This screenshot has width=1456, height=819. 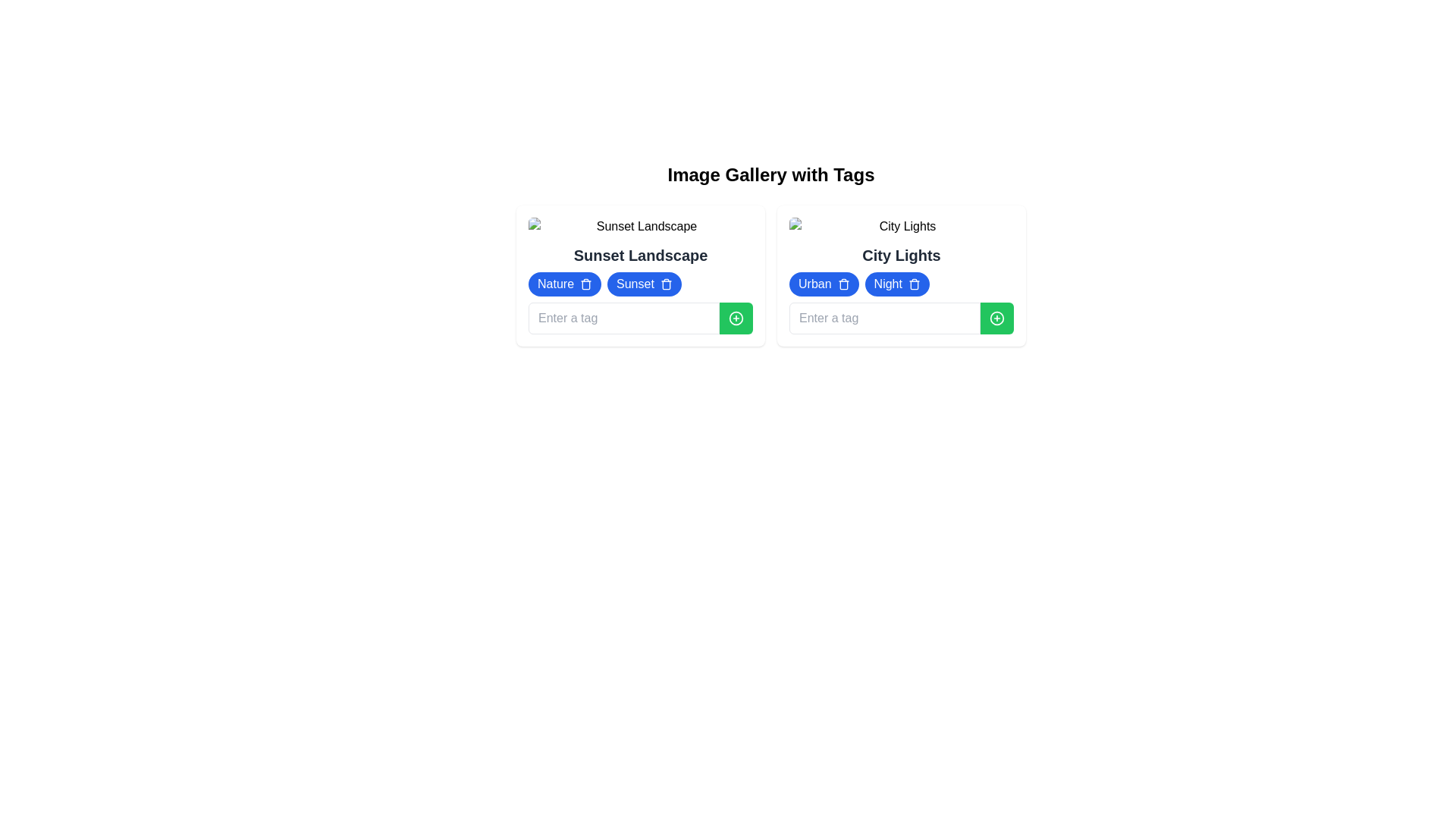 I want to click on the icon within the green button located to the far right of the text input field under the 'City Lights' section, so click(x=997, y=318).